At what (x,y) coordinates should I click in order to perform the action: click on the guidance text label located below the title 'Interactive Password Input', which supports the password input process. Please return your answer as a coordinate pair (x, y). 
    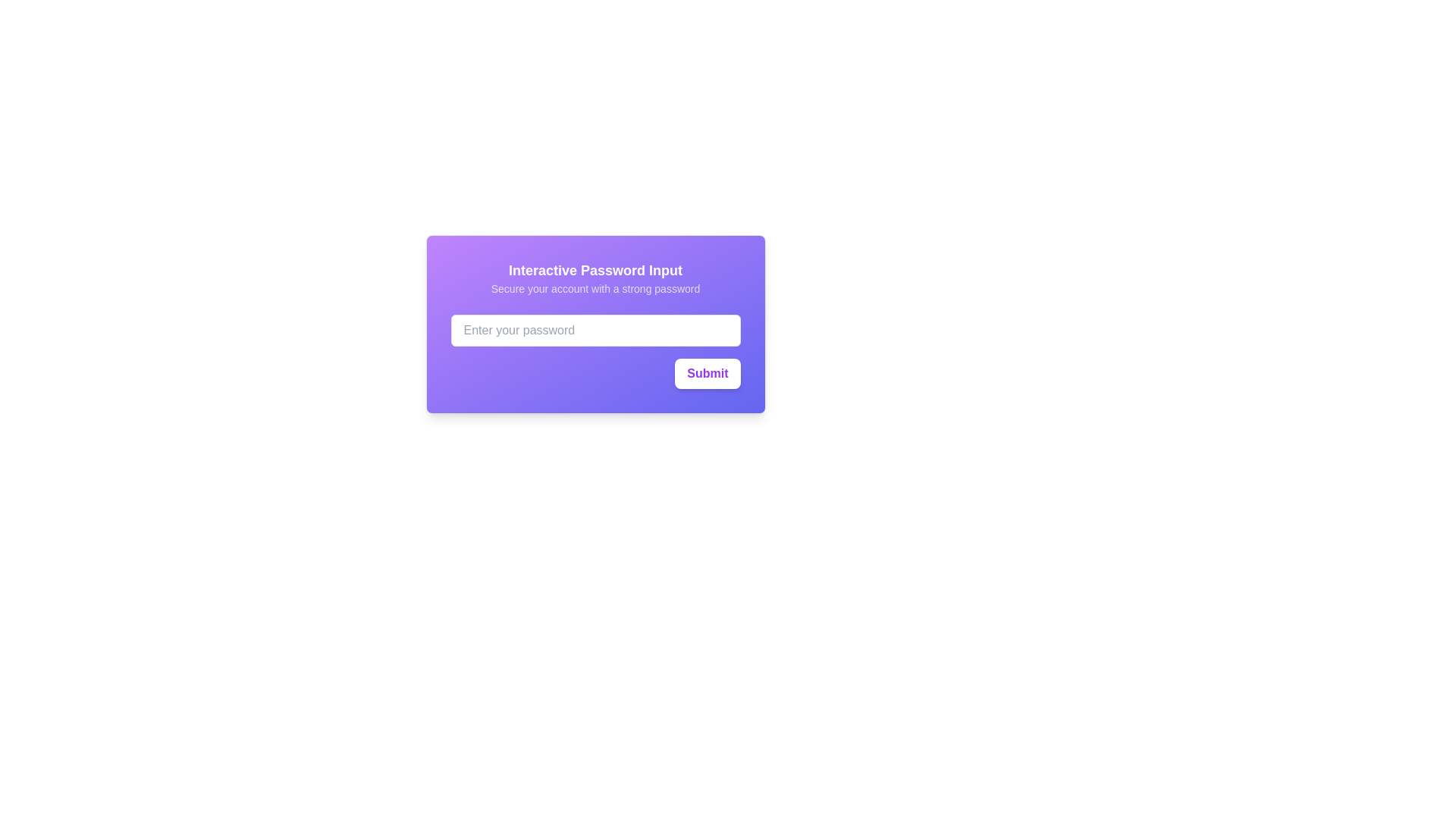
    Looking at the image, I should click on (595, 289).